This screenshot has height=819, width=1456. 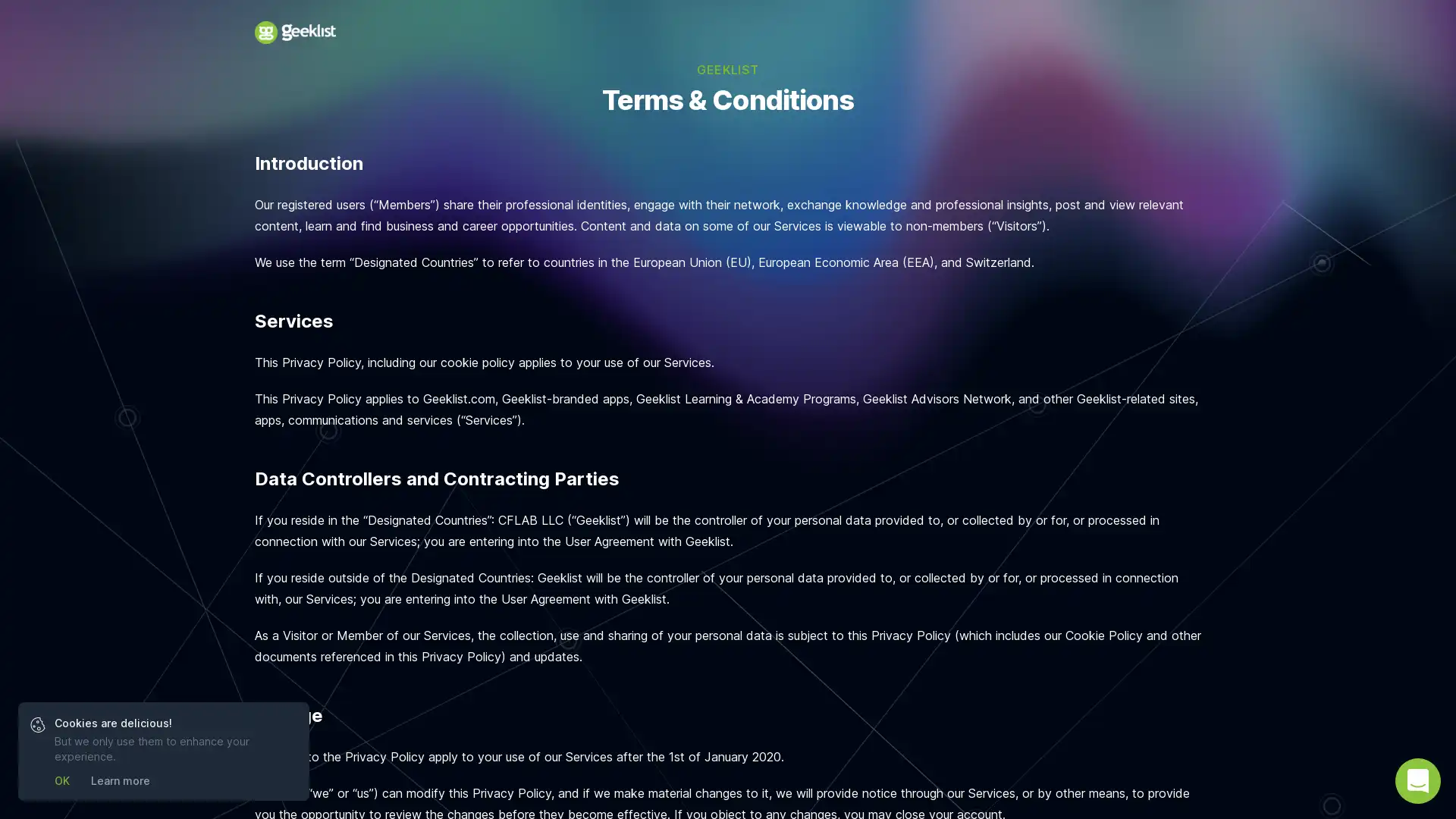 What do you see at coordinates (61, 780) in the screenshot?
I see `OK` at bounding box center [61, 780].